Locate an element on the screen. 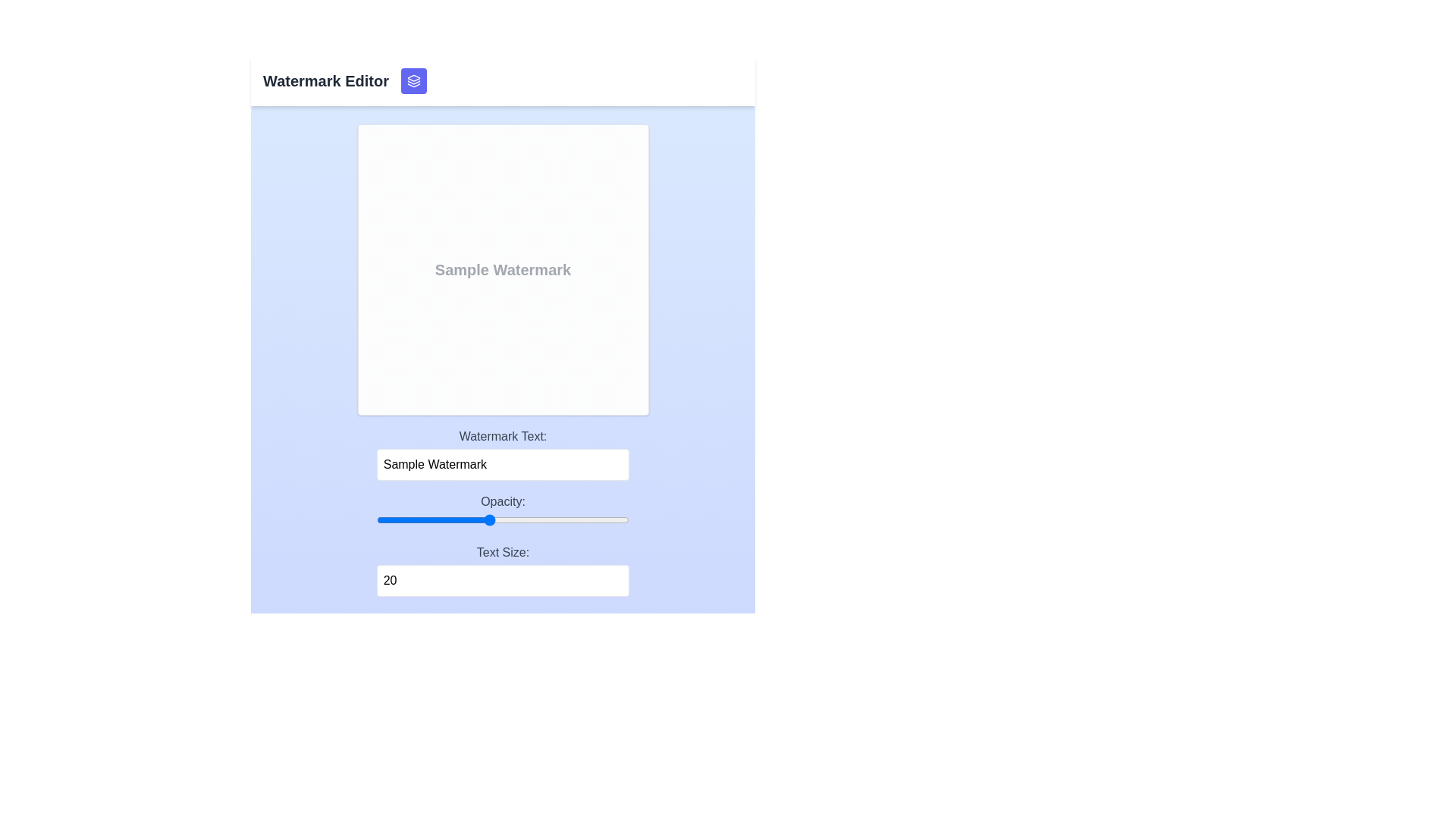  the minimalist triangular icon design, which is the third component in a stack of three layered symbols within an SVG illustration is located at coordinates (414, 85).